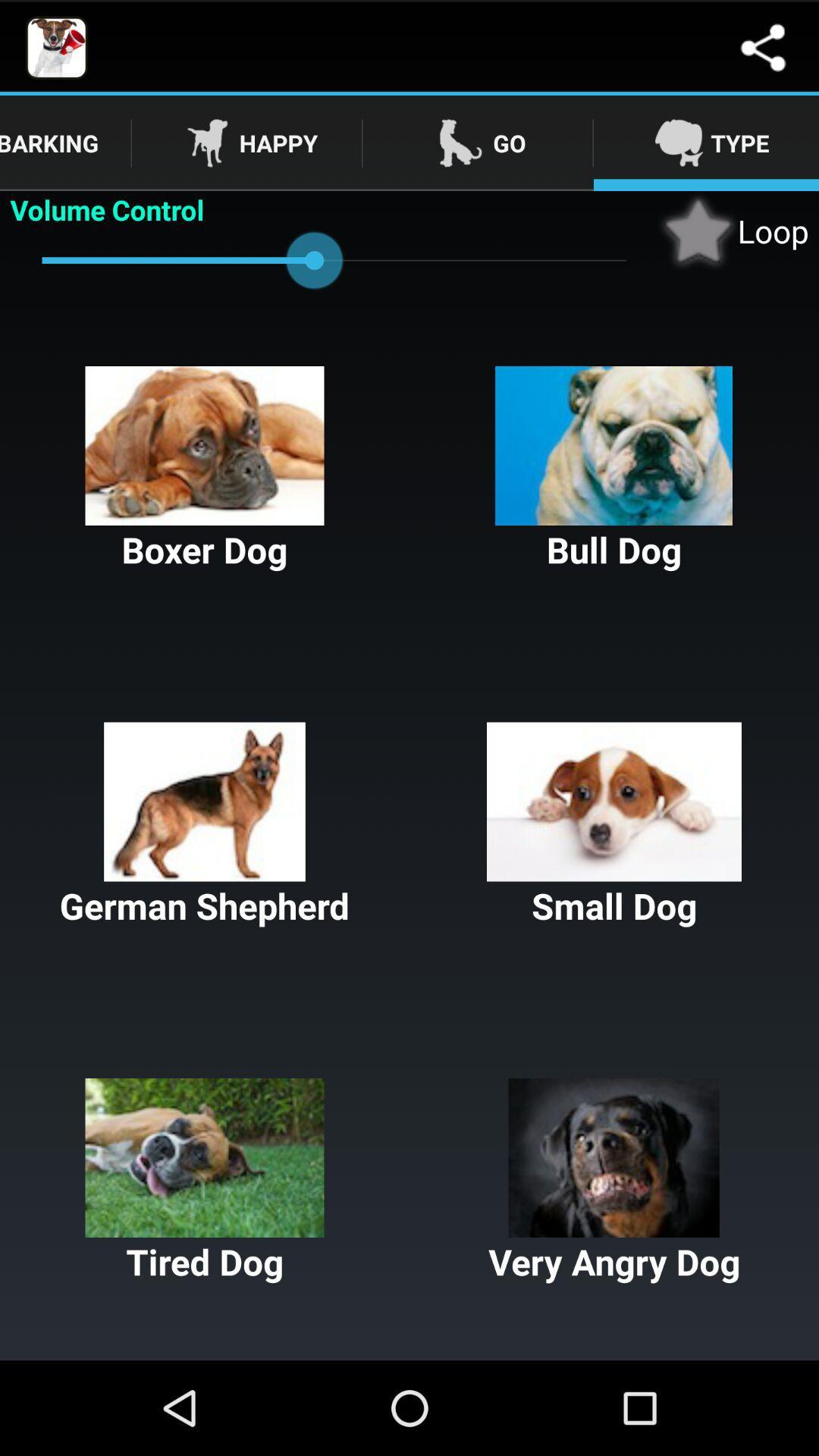 Image resolution: width=819 pixels, height=1456 pixels. What do you see at coordinates (733, 230) in the screenshot?
I see `the app next to volume control app` at bounding box center [733, 230].